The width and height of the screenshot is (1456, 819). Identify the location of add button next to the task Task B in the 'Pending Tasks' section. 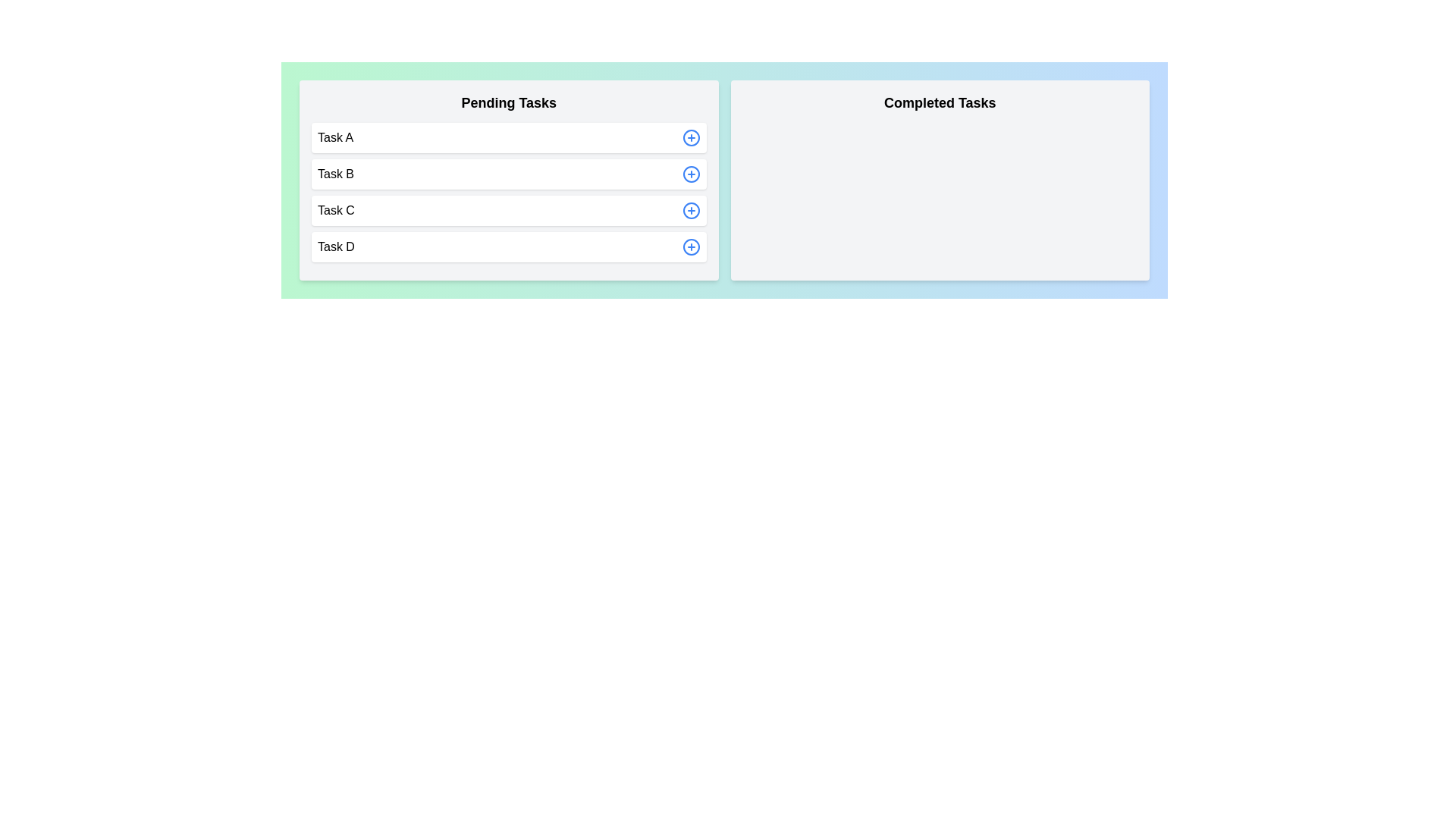
(690, 174).